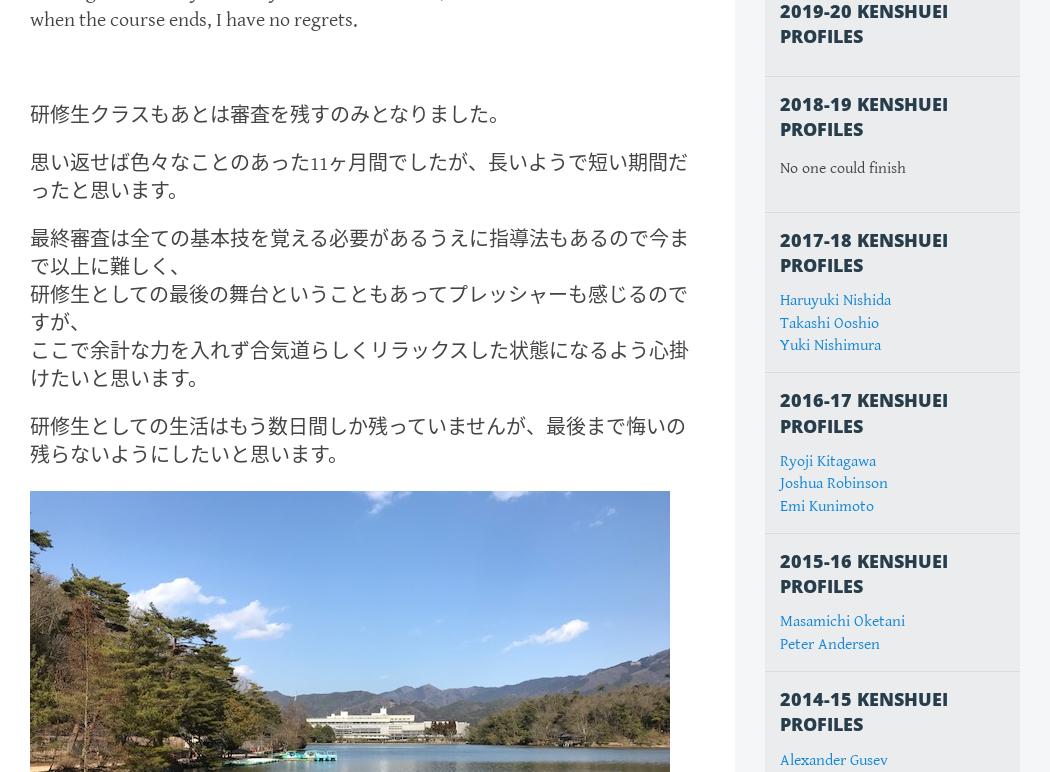 Image resolution: width=1050 pixels, height=772 pixels. I want to click on '2014-15 Kenshuei Profiles', so click(863, 711).